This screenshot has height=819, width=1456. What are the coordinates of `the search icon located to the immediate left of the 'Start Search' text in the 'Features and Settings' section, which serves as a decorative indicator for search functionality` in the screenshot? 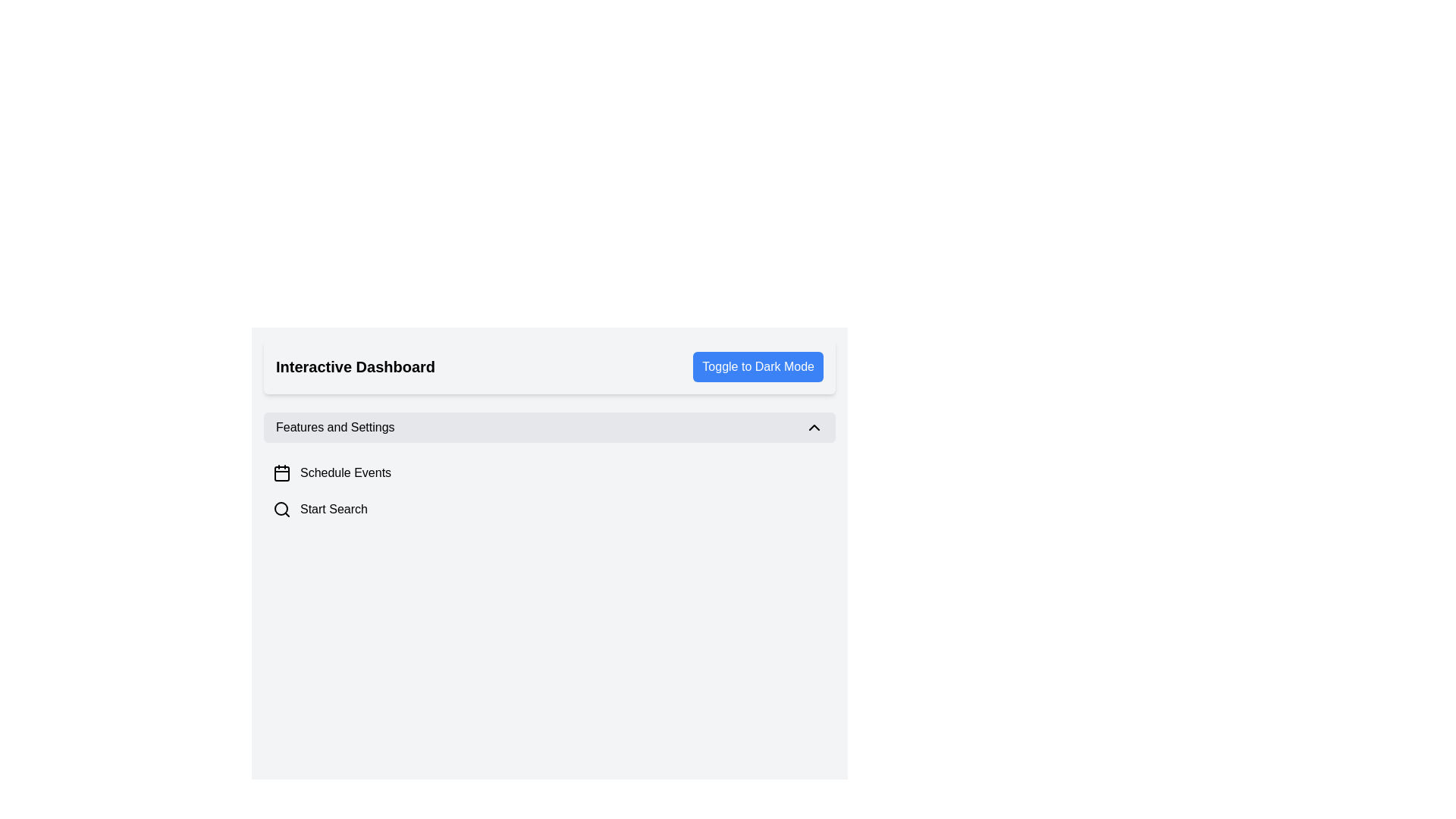 It's located at (282, 509).